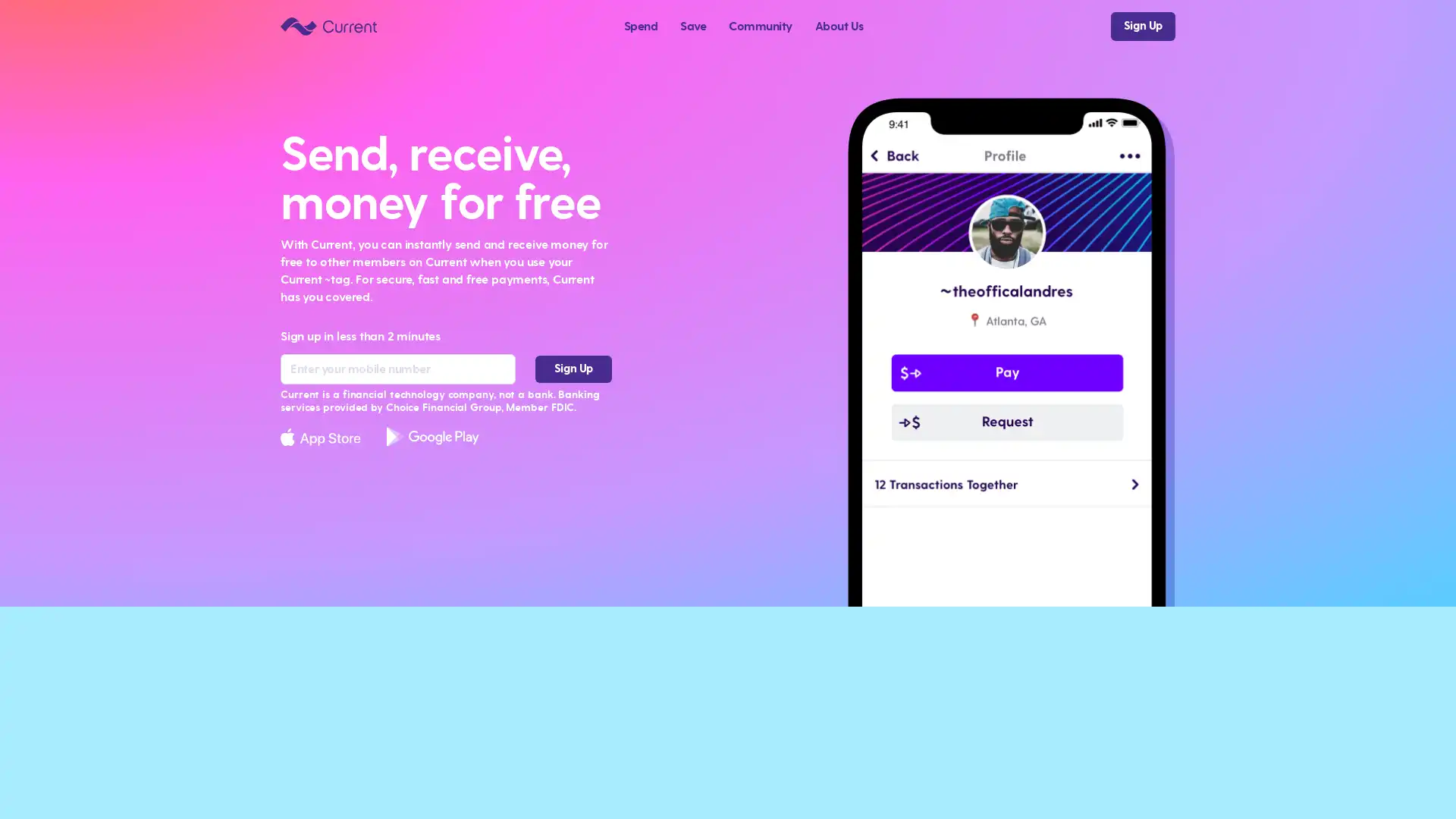 The height and width of the screenshot is (819, 1456). What do you see at coordinates (328, 25) in the screenshot?
I see `Current logo` at bounding box center [328, 25].